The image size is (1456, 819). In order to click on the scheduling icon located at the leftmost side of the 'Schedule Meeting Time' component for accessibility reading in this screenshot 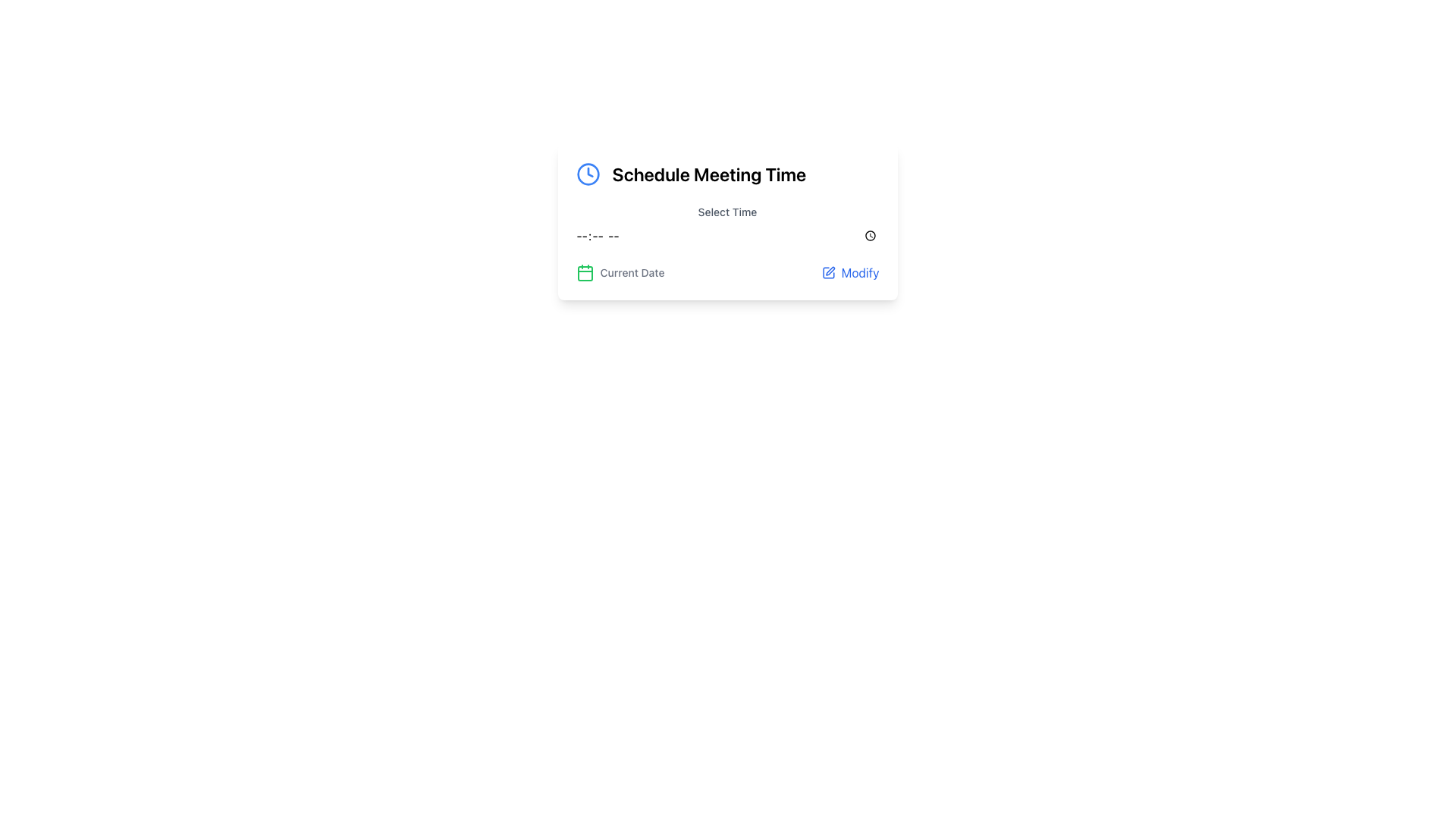, I will do `click(587, 174)`.